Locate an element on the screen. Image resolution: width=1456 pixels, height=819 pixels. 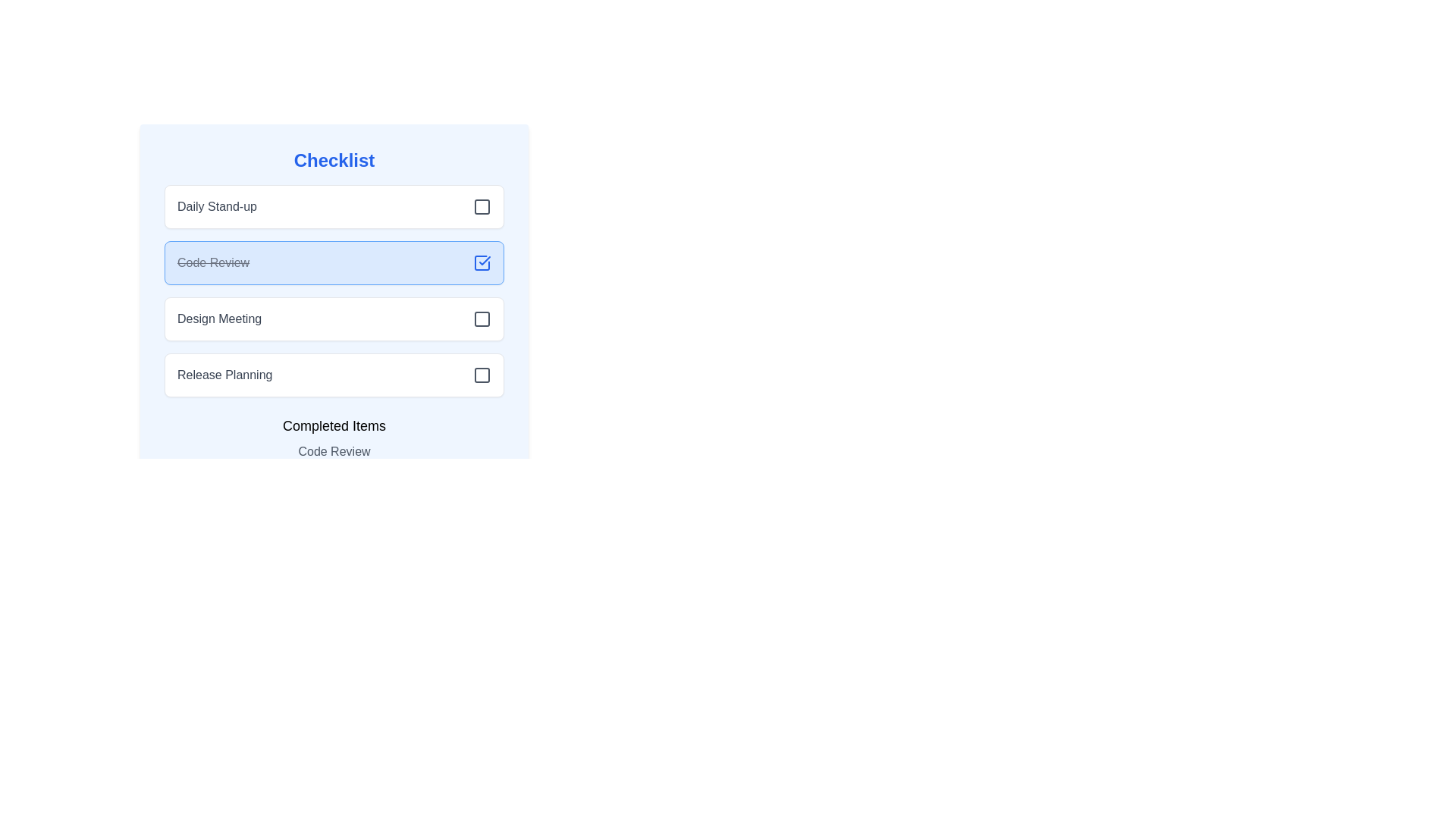
the checkbox icon for the 'Daily Stand-up' task in the Checklist section is located at coordinates (481, 207).